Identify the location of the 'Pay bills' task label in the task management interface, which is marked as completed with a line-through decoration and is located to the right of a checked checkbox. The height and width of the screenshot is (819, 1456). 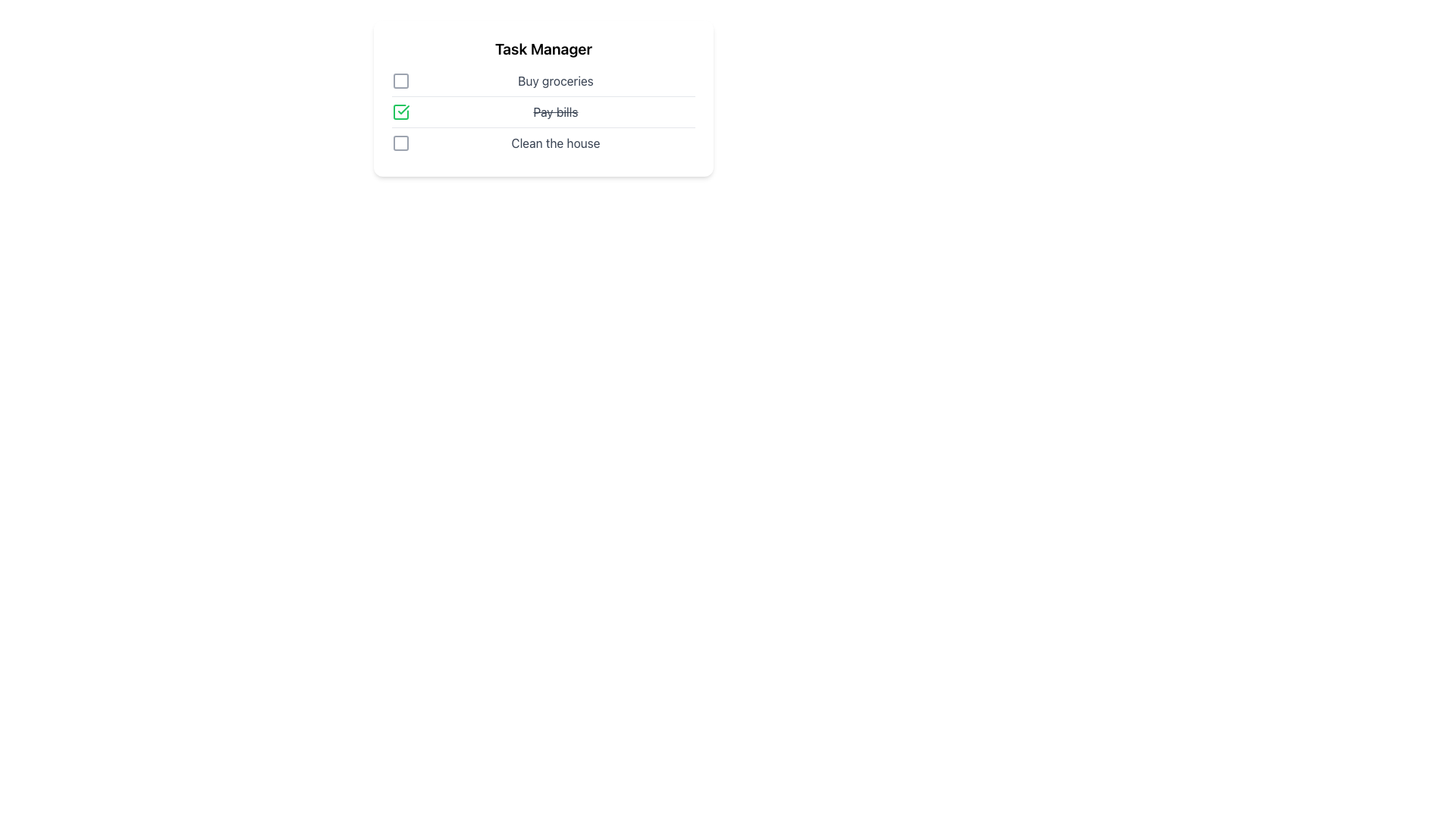
(555, 111).